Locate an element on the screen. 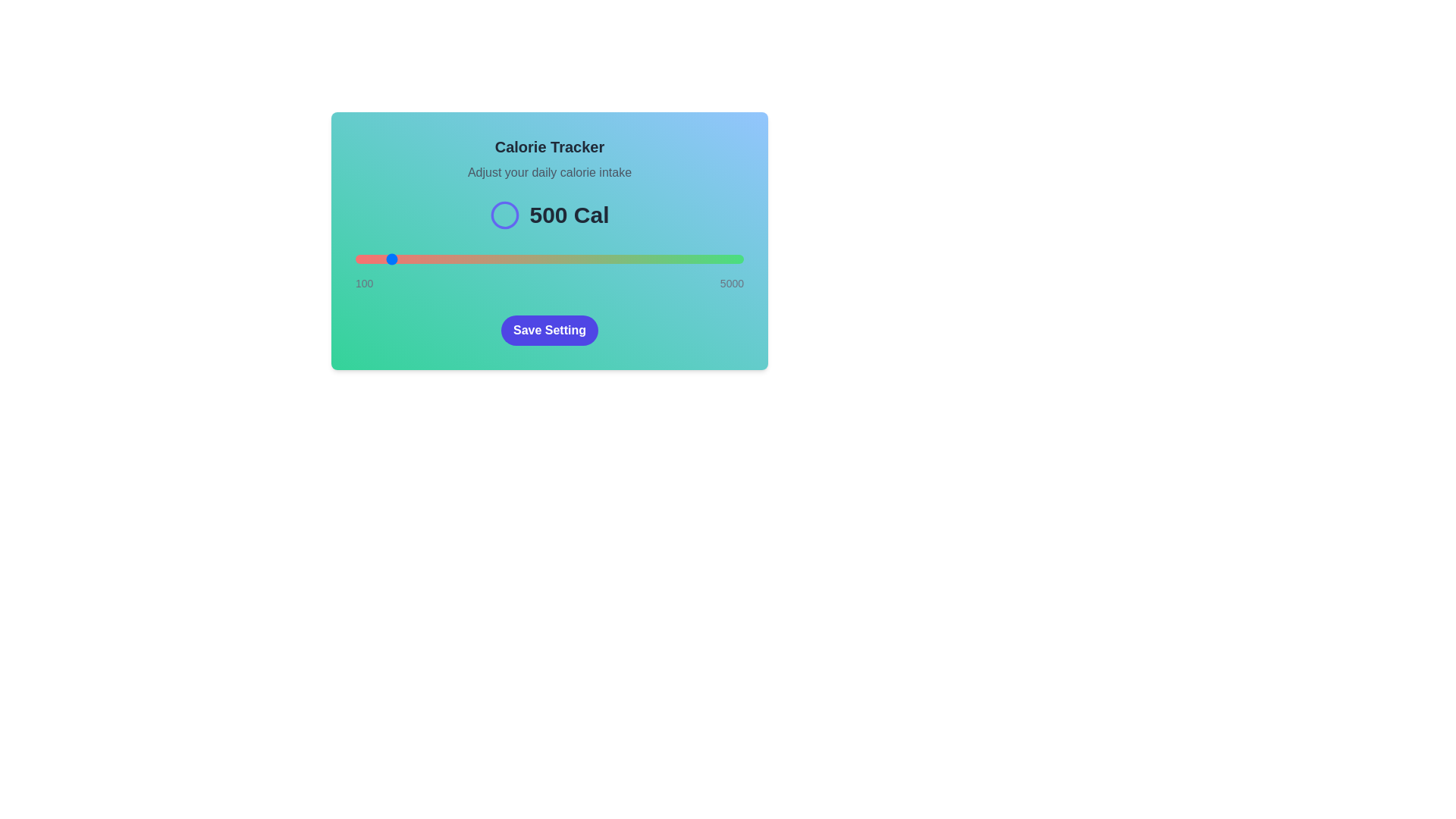 The width and height of the screenshot is (1456, 819). the calorie intake slider to 734 calories is located at coordinates (406, 259).